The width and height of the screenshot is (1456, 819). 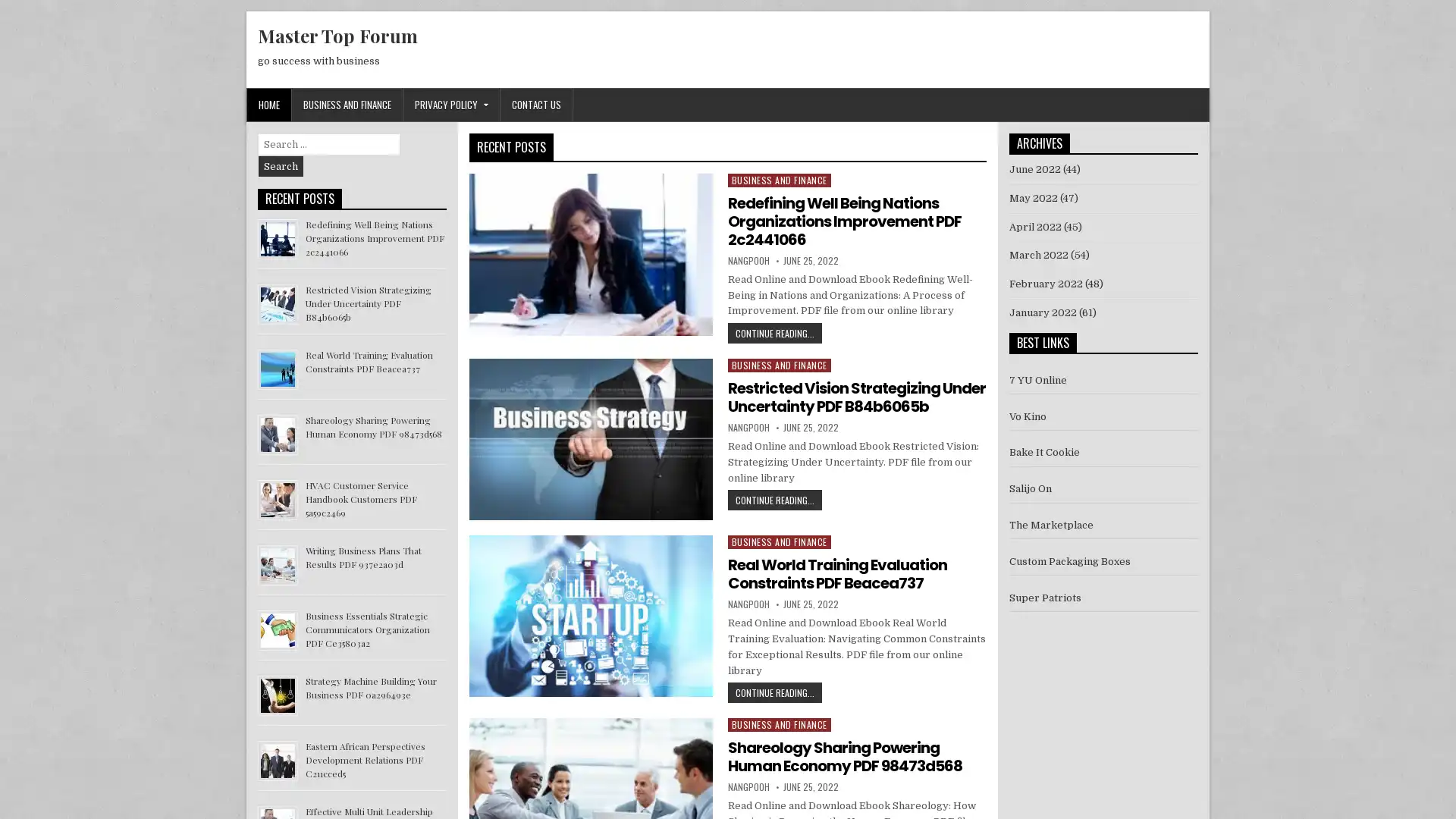 I want to click on Search, so click(x=281, y=166).